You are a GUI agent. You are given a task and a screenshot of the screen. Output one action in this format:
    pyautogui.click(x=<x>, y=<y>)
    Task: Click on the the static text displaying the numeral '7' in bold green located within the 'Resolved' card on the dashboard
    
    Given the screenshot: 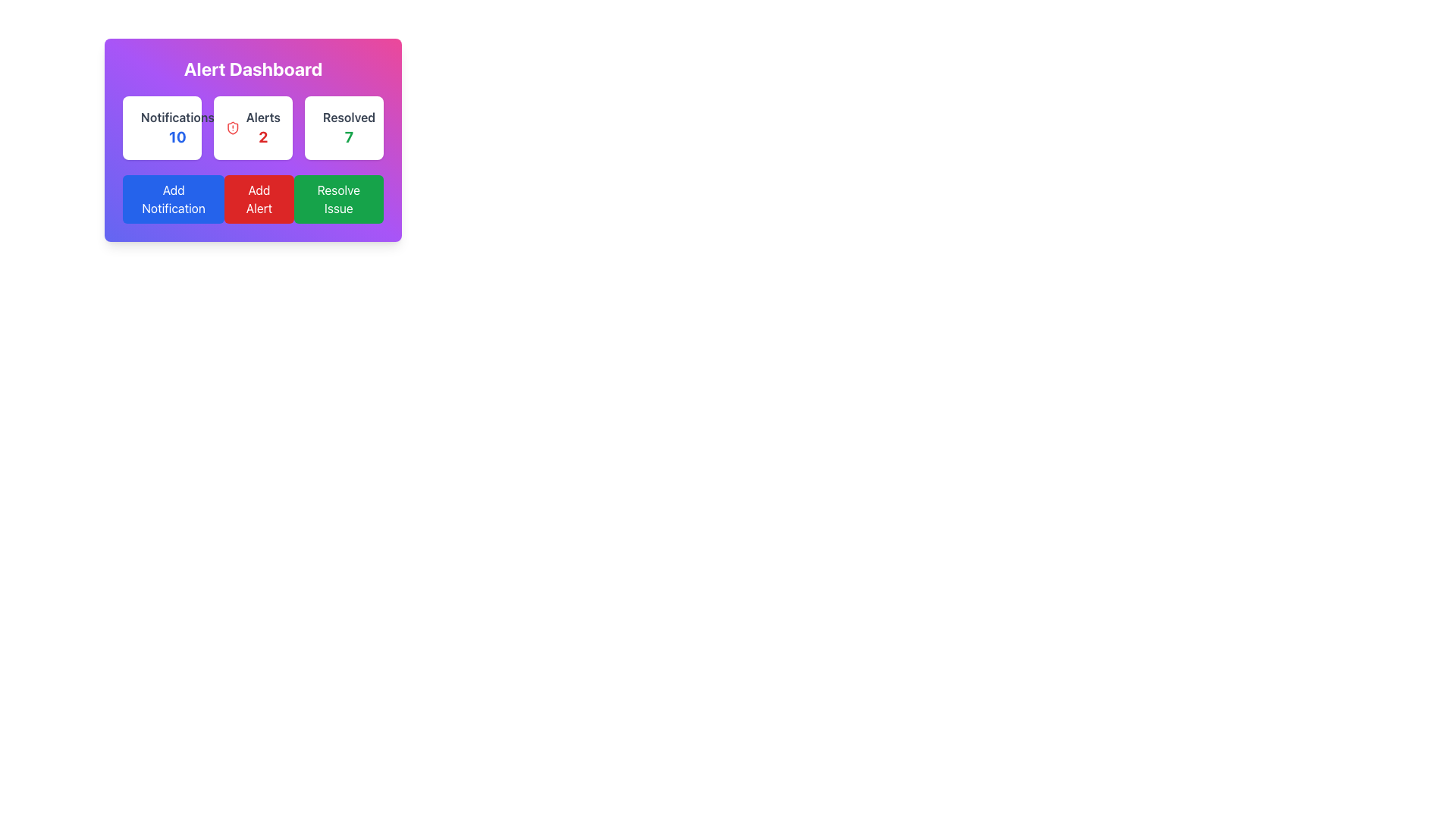 What is the action you would take?
    pyautogui.click(x=348, y=137)
    